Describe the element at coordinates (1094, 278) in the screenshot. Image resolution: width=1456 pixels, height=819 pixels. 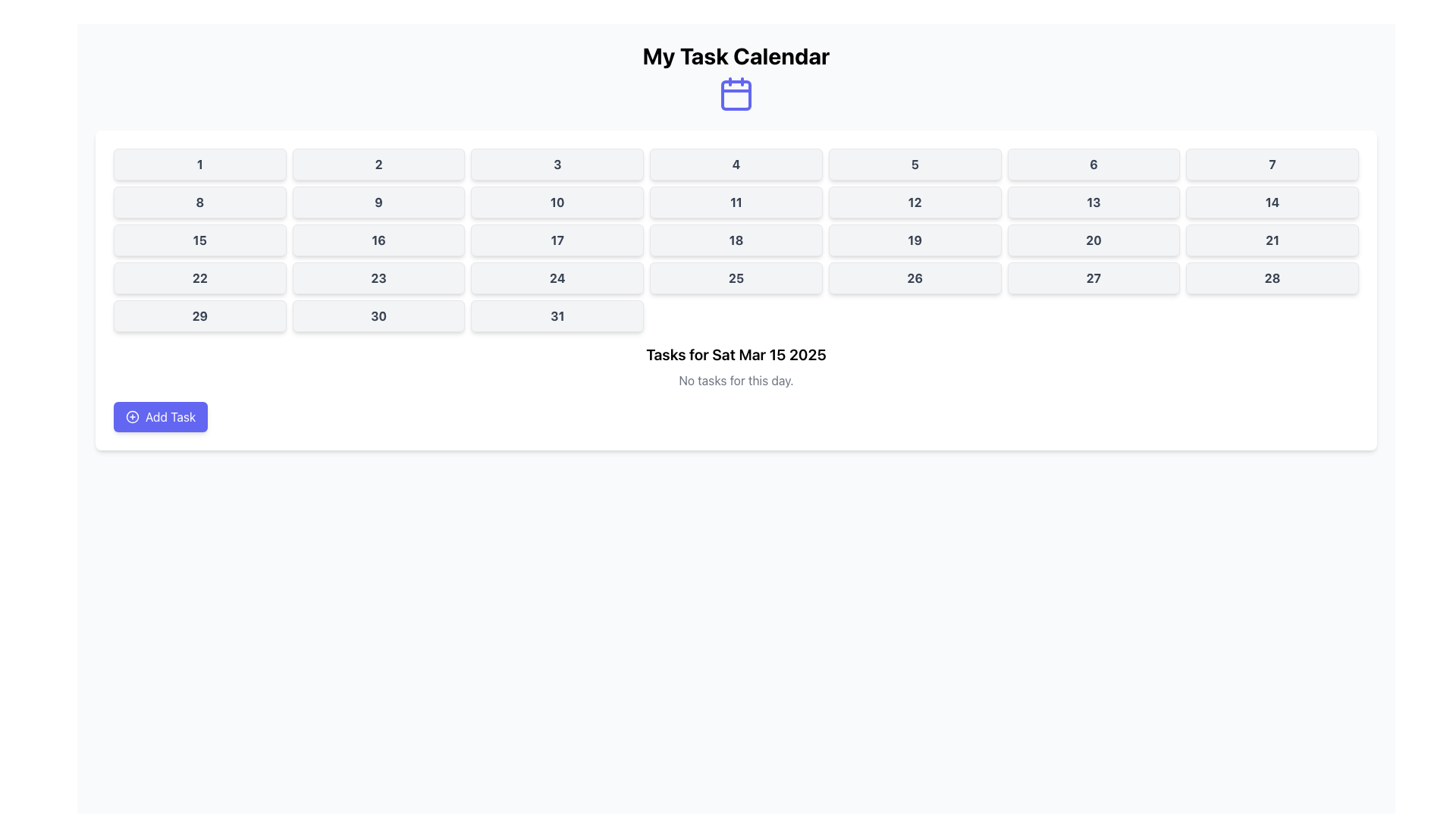
I see `the button representing the selectable date in the 4th row and 6th column of the grid layout` at that location.